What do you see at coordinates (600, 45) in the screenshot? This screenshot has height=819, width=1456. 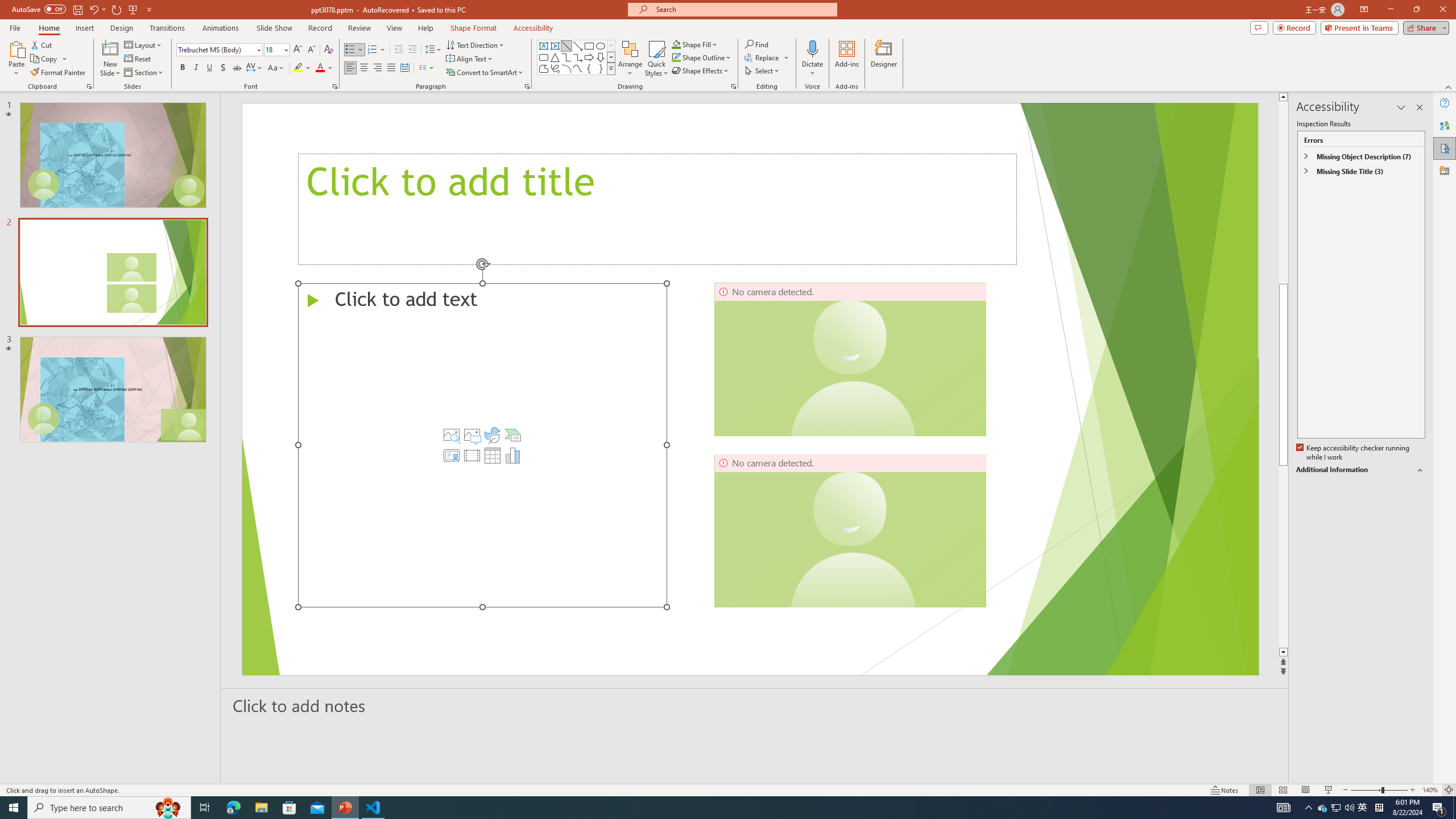 I see `'Oval'` at bounding box center [600, 45].